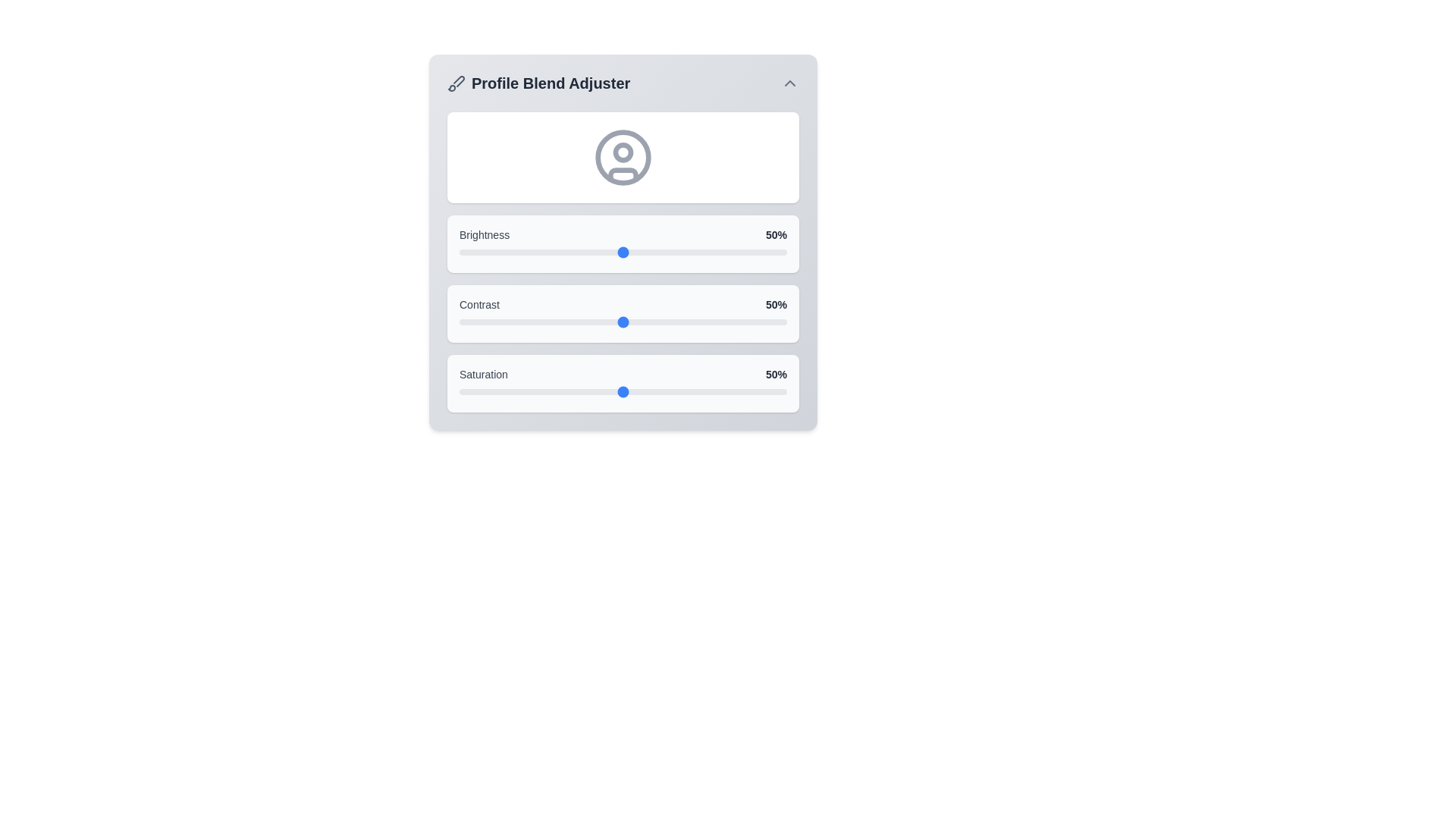 This screenshot has height=819, width=1456. Describe the element at coordinates (538, 83) in the screenshot. I see `the bold text label 'Profile Blend Adjuster' with the accompanying brush icon, located at the top-left of the settings panel` at that location.